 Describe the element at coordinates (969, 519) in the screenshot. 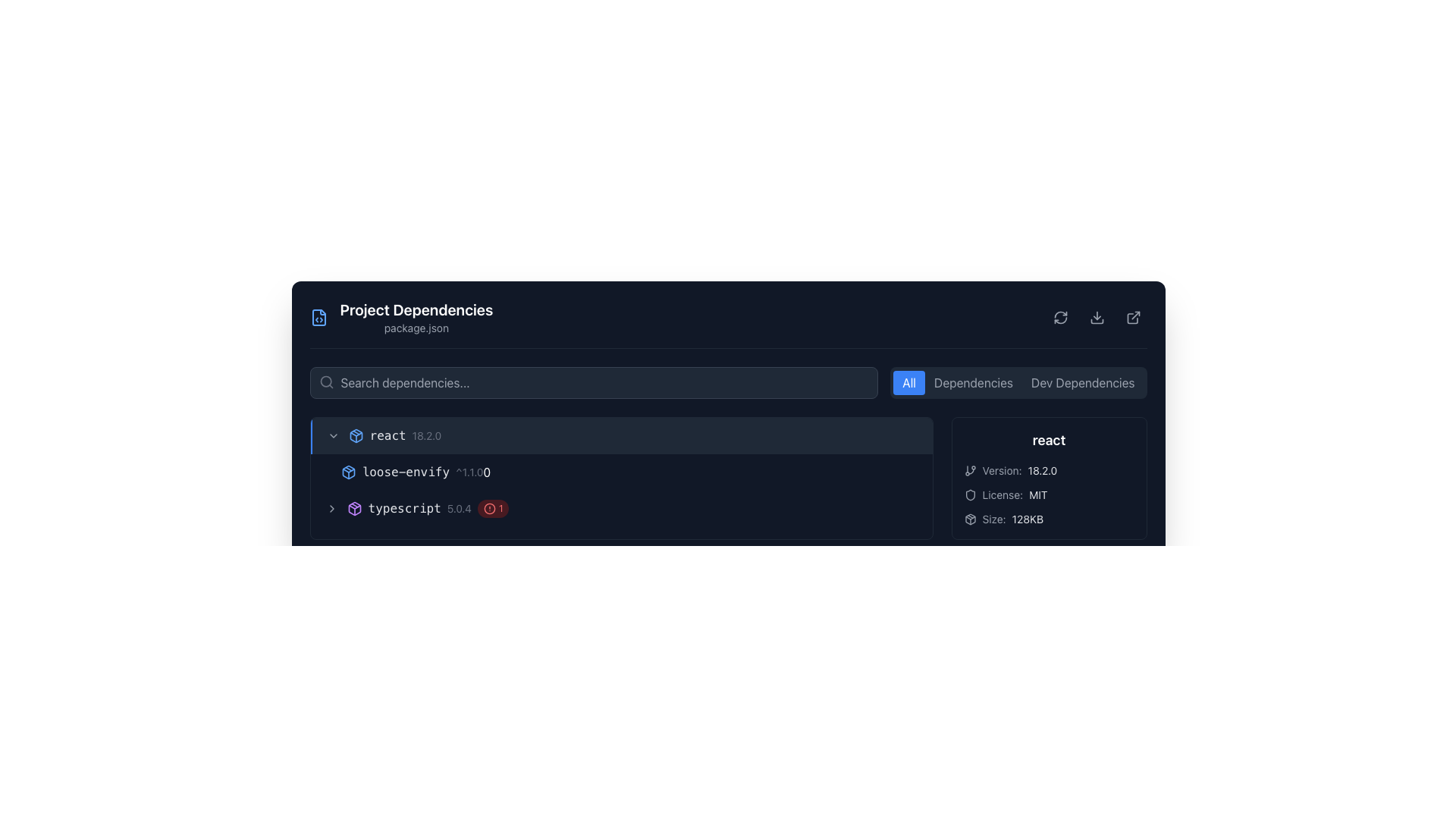

I see `the graphical vector element that is part of an icon and located to the left of the 'react' text item under the 'Project Dependencies' section` at that location.